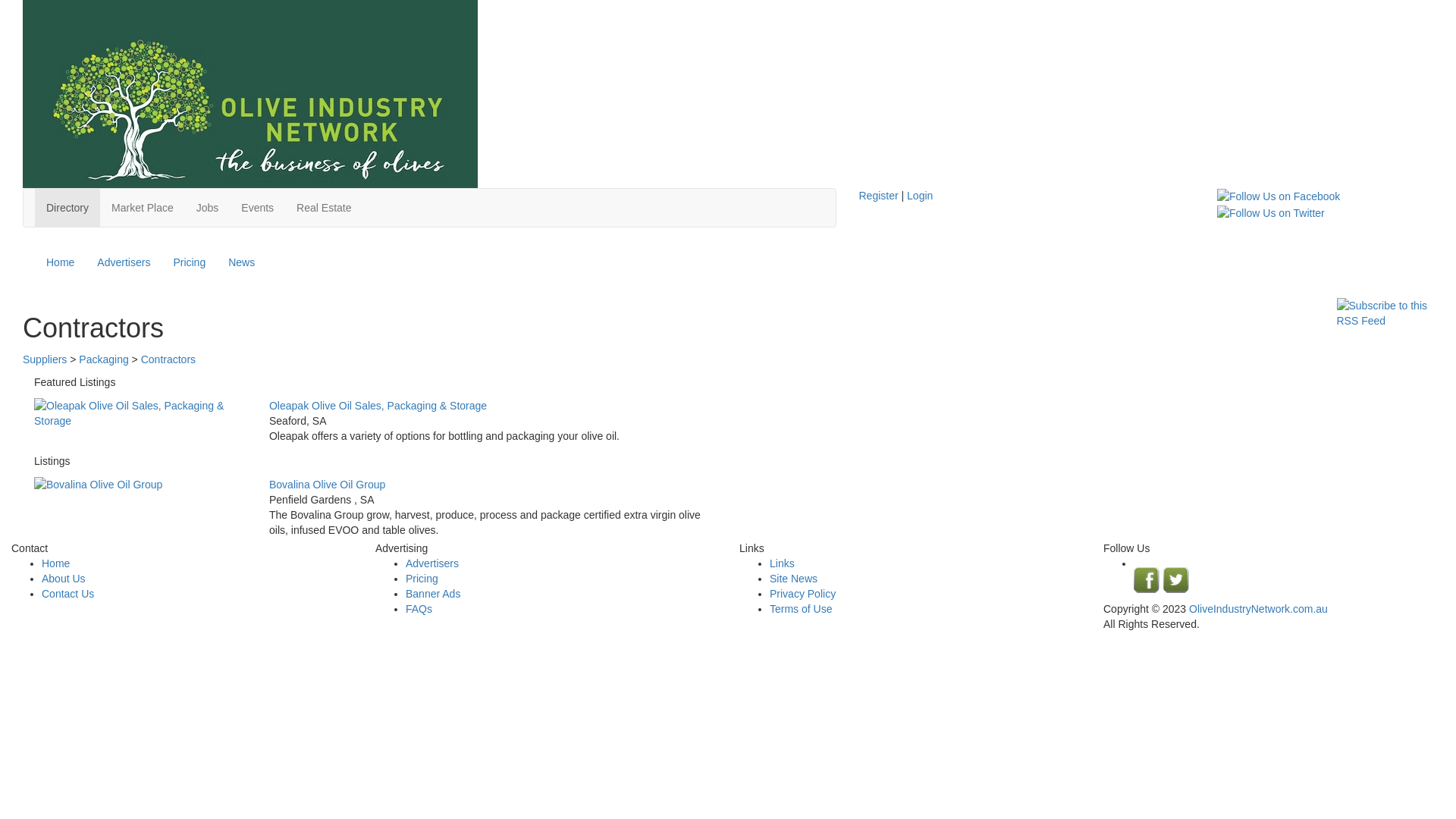 This screenshot has width=1456, height=819. What do you see at coordinates (240, 262) in the screenshot?
I see `'News'` at bounding box center [240, 262].